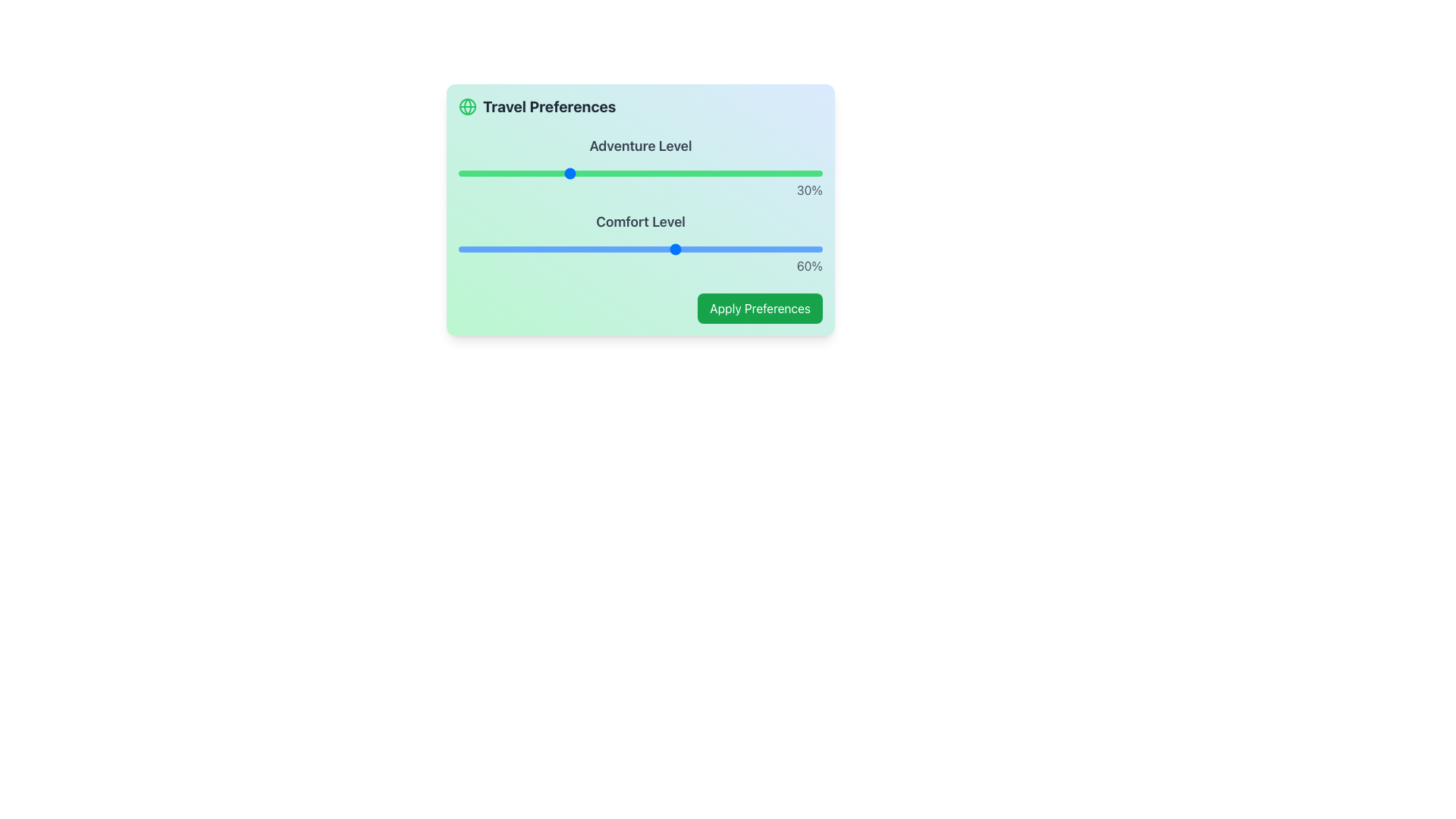  What do you see at coordinates (520, 172) in the screenshot?
I see `the adventure level` at bounding box center [520, 172].